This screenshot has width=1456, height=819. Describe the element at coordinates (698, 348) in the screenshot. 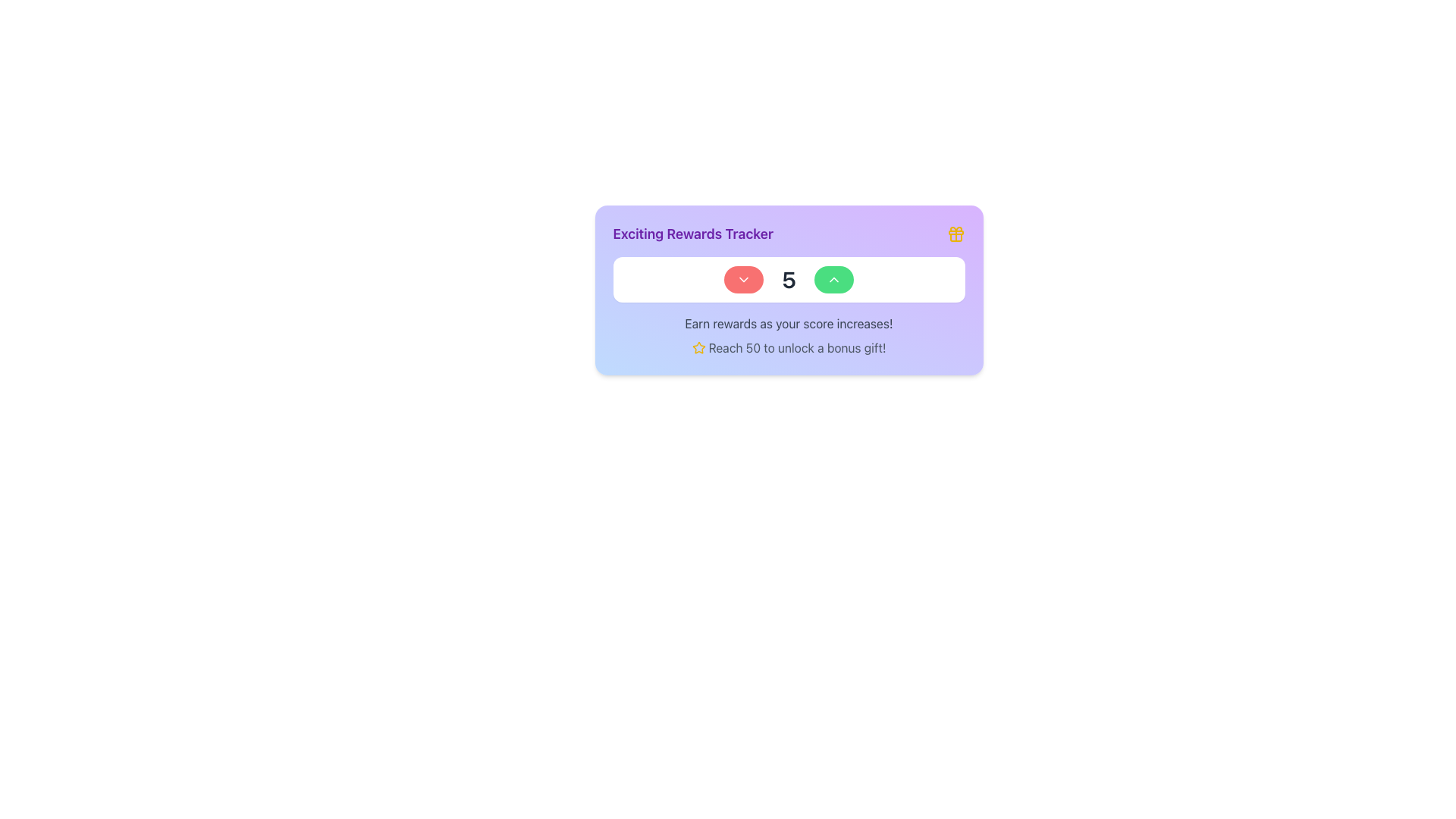

I see `the decorative star-shaped icon with a yellow outline, located to the left of the text 'Reach 50 to unlock a bonus gift!'` at that location.